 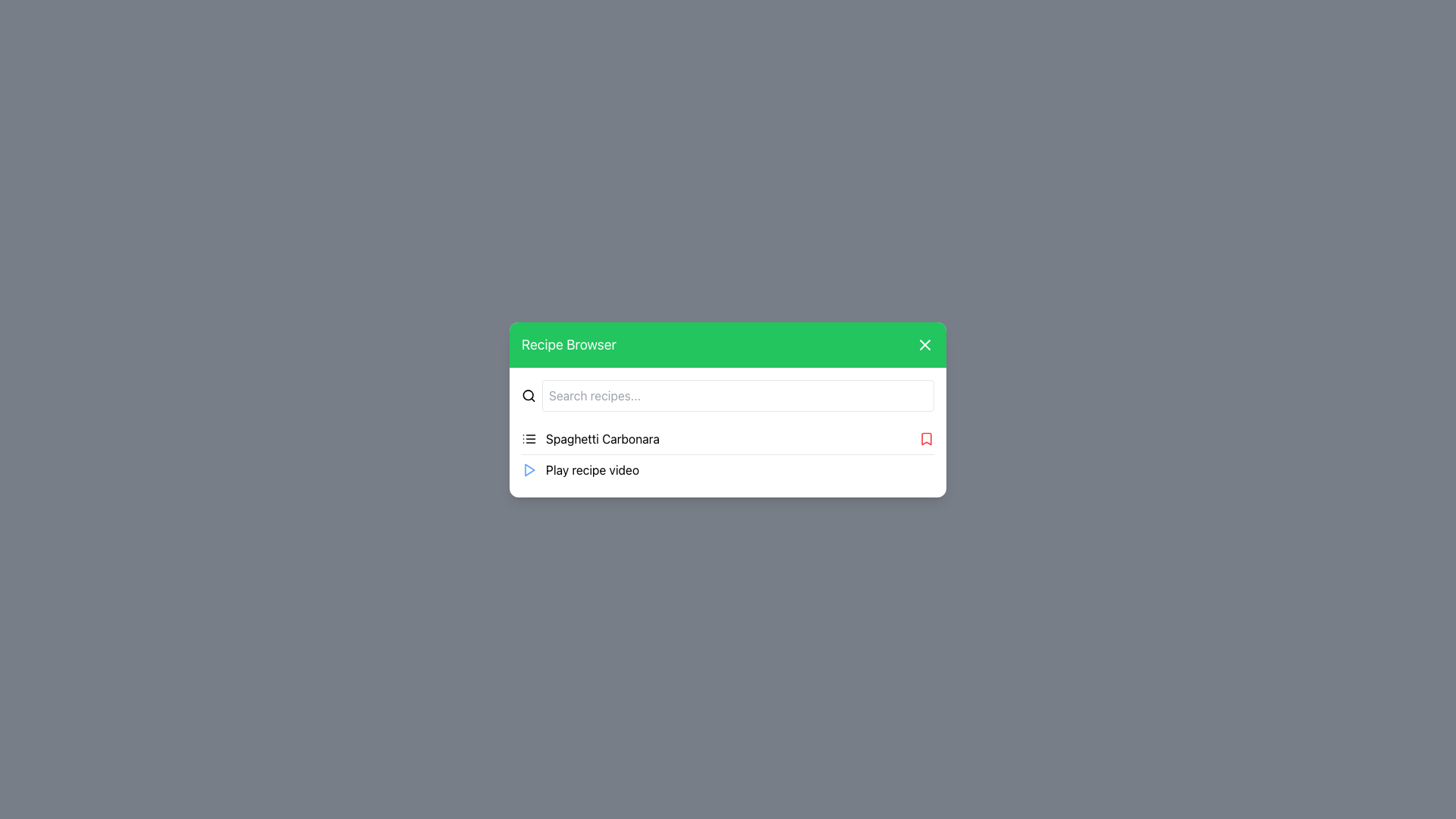 I want to click on the static text element labeled 'Play recipe video', which is located to the right of the play button icon, positioned near the bottom of the interface, so click(x=591, y=469).